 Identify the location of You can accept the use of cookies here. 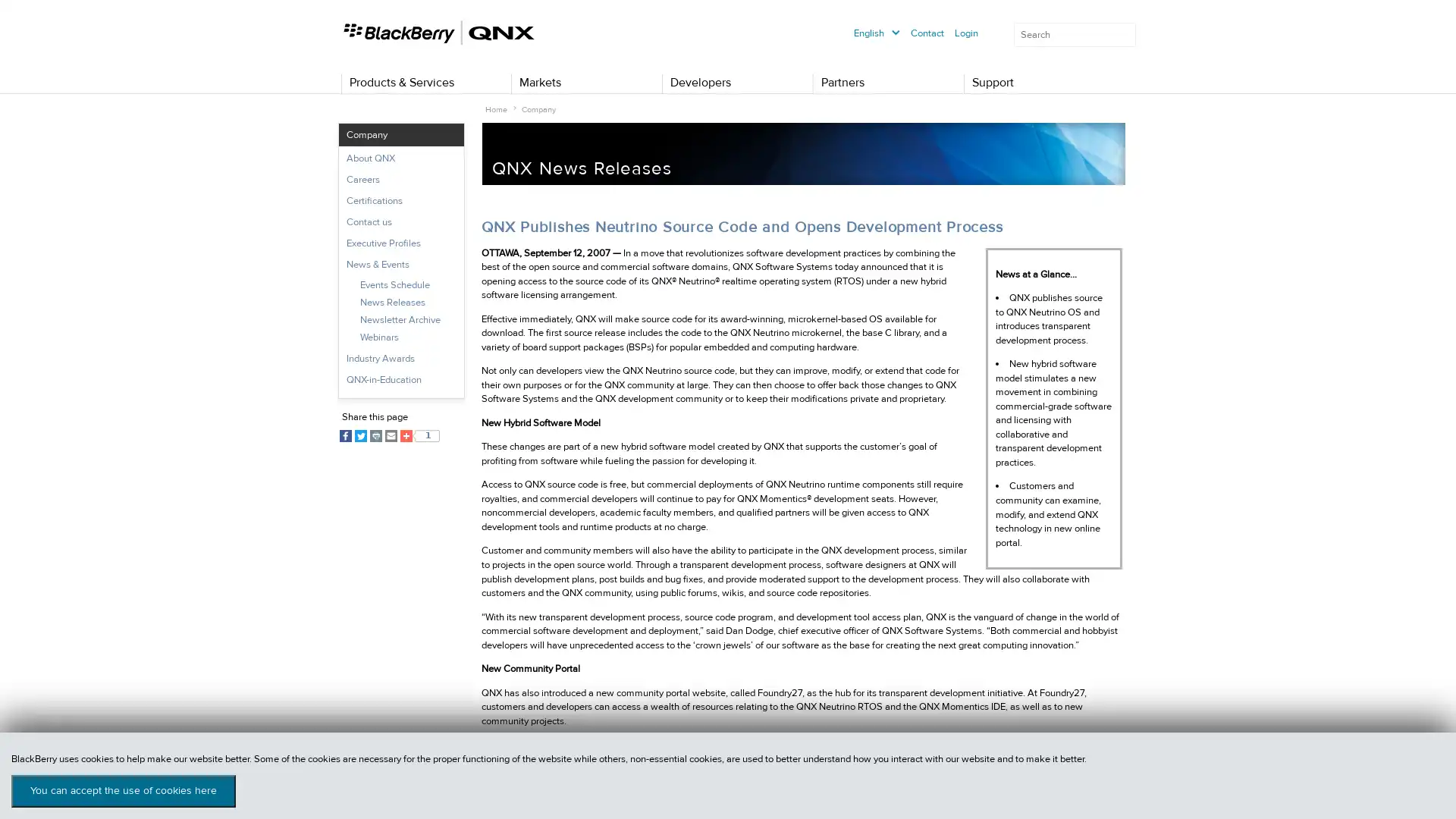
(124, 790).